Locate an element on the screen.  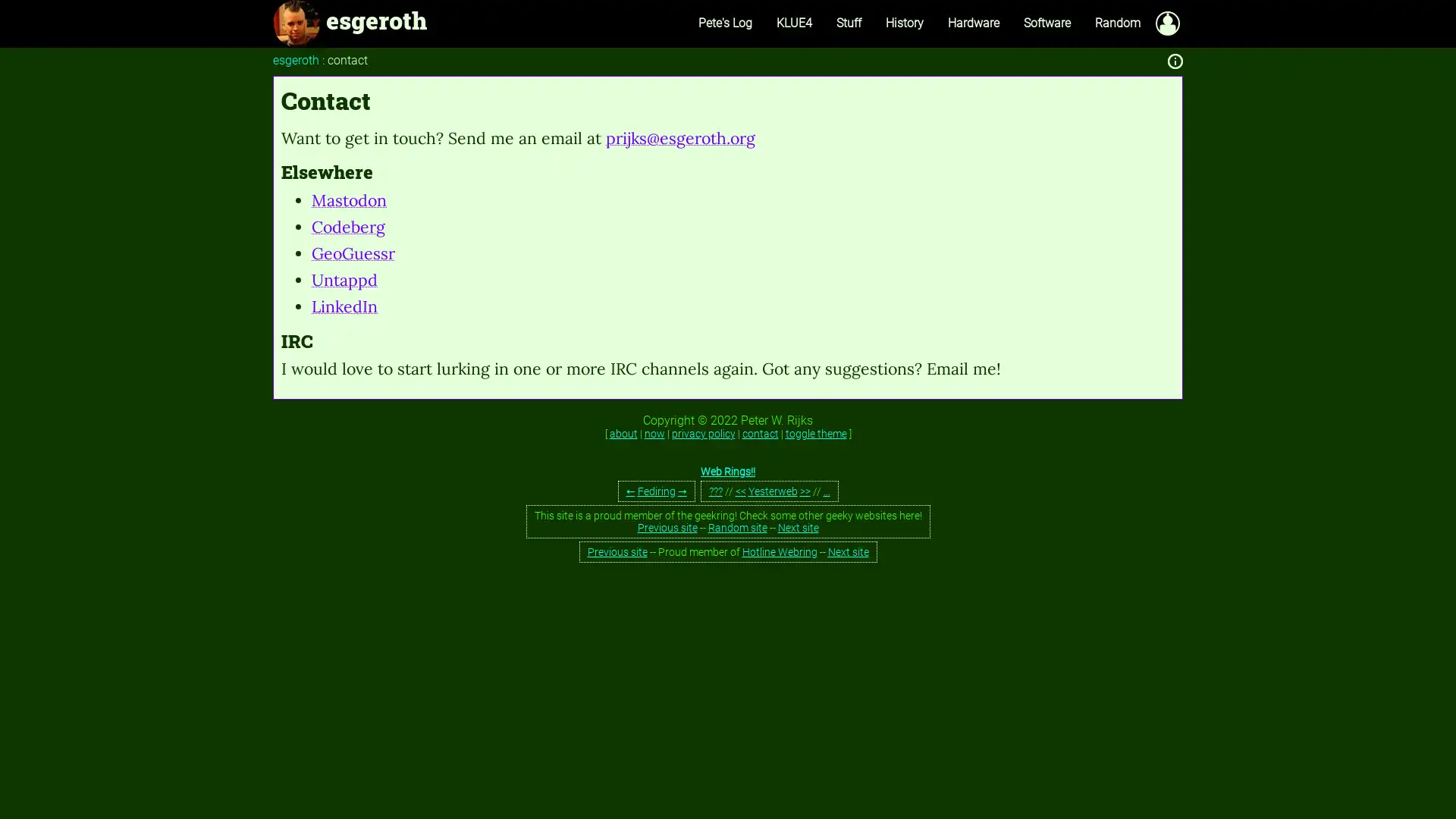
toggle theme is located at coordinates (814, 432).